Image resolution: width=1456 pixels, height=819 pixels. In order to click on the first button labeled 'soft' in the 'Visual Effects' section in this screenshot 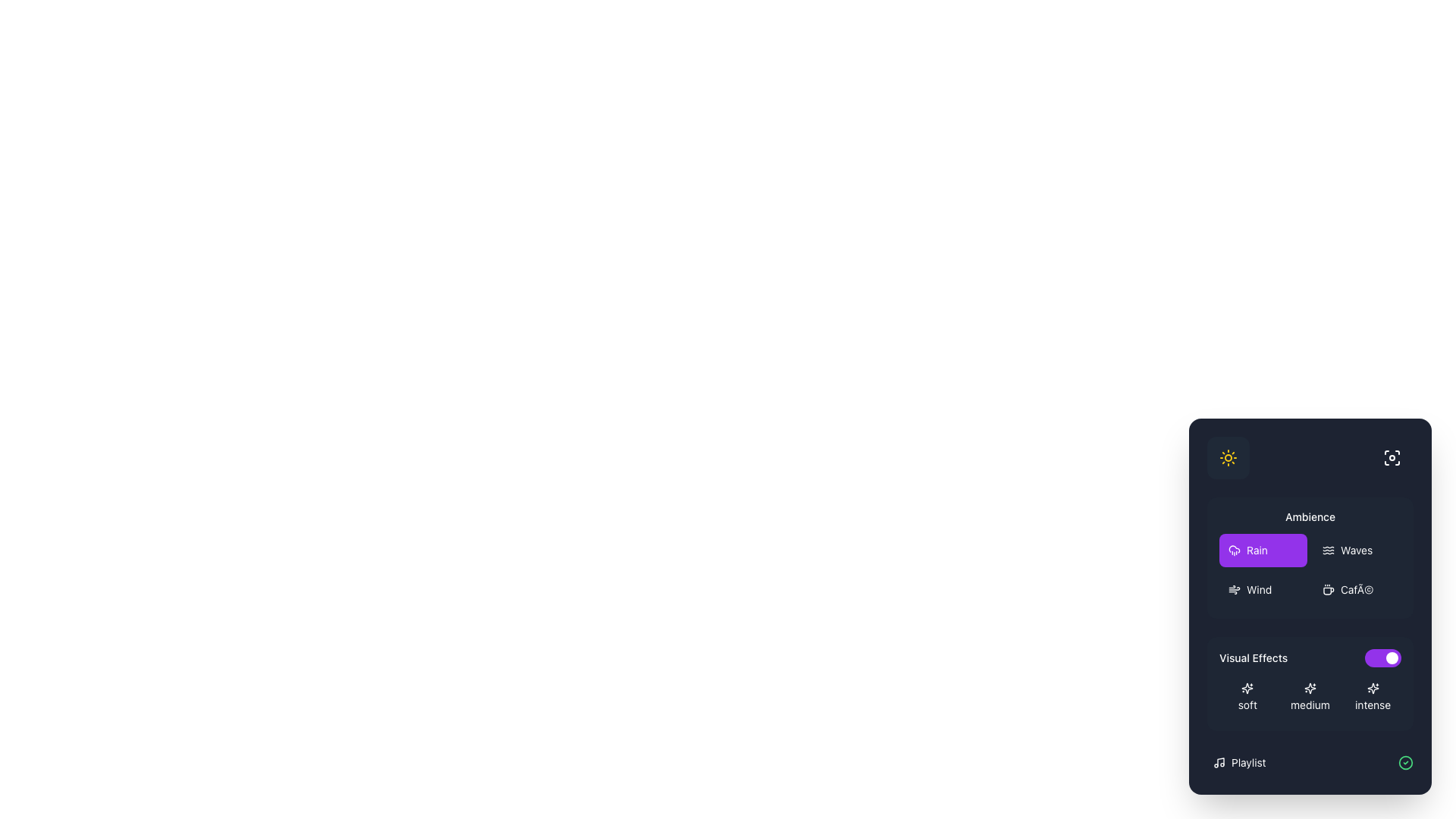, I will do `click(1247, 698)`.